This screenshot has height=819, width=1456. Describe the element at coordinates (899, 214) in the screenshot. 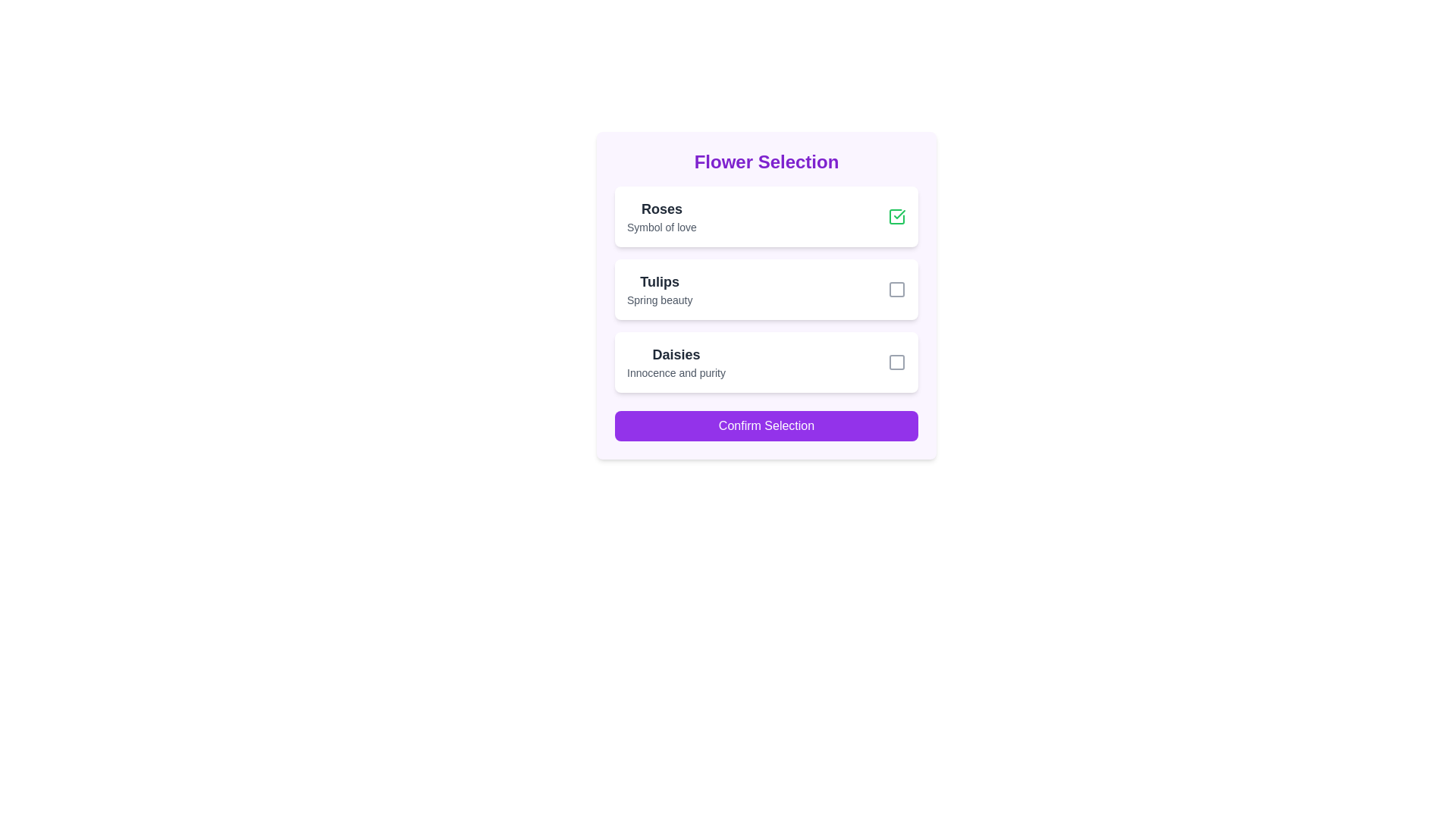

I see `the visual state of the green checkmark icon located in the top-right corner of the 'Roses' listing, adjacent to its descriptive text` at that location.